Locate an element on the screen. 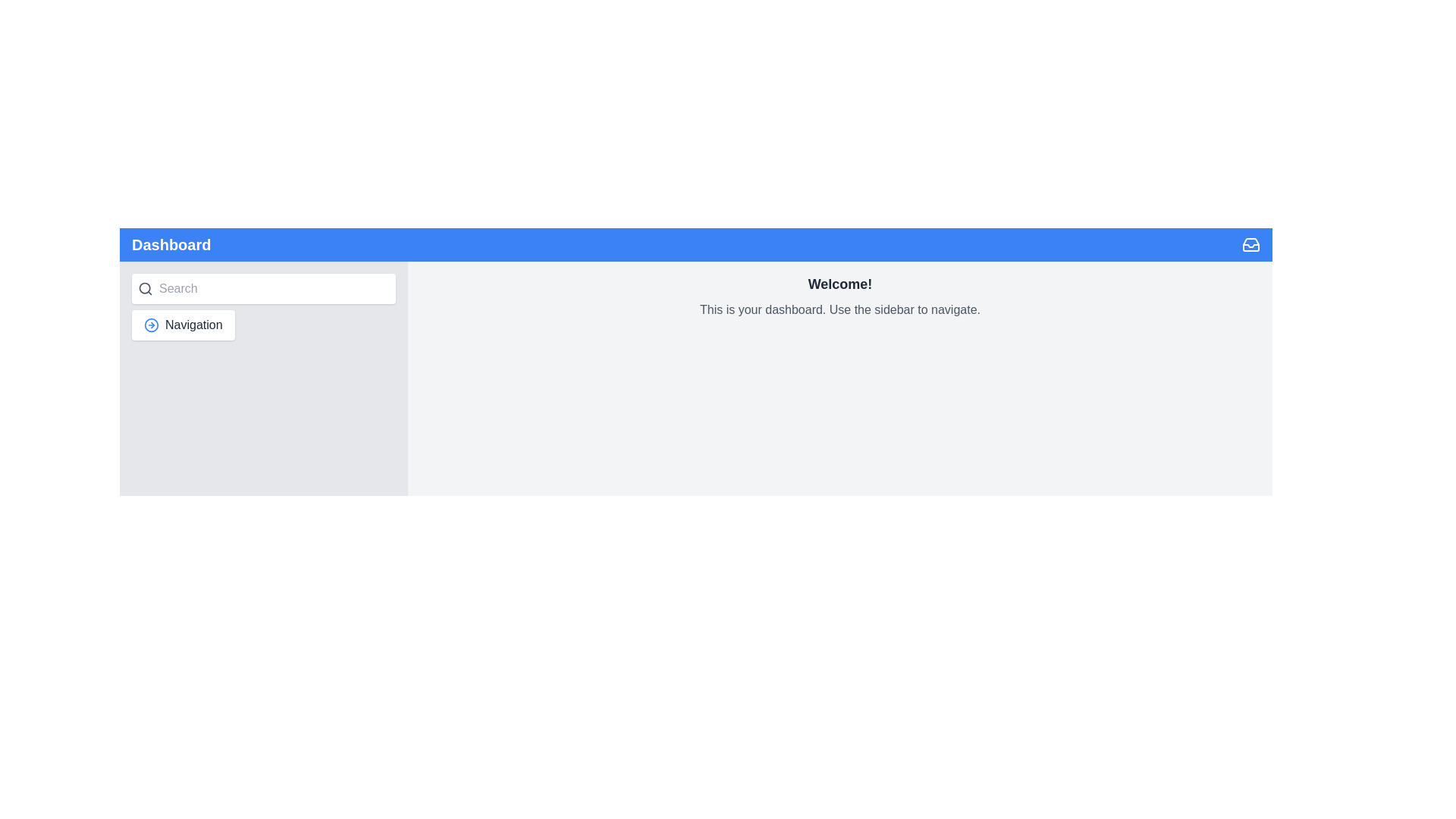  the welcoming message static text element located at the top-center of the dashboard interface is located at coordinates (839, 284).